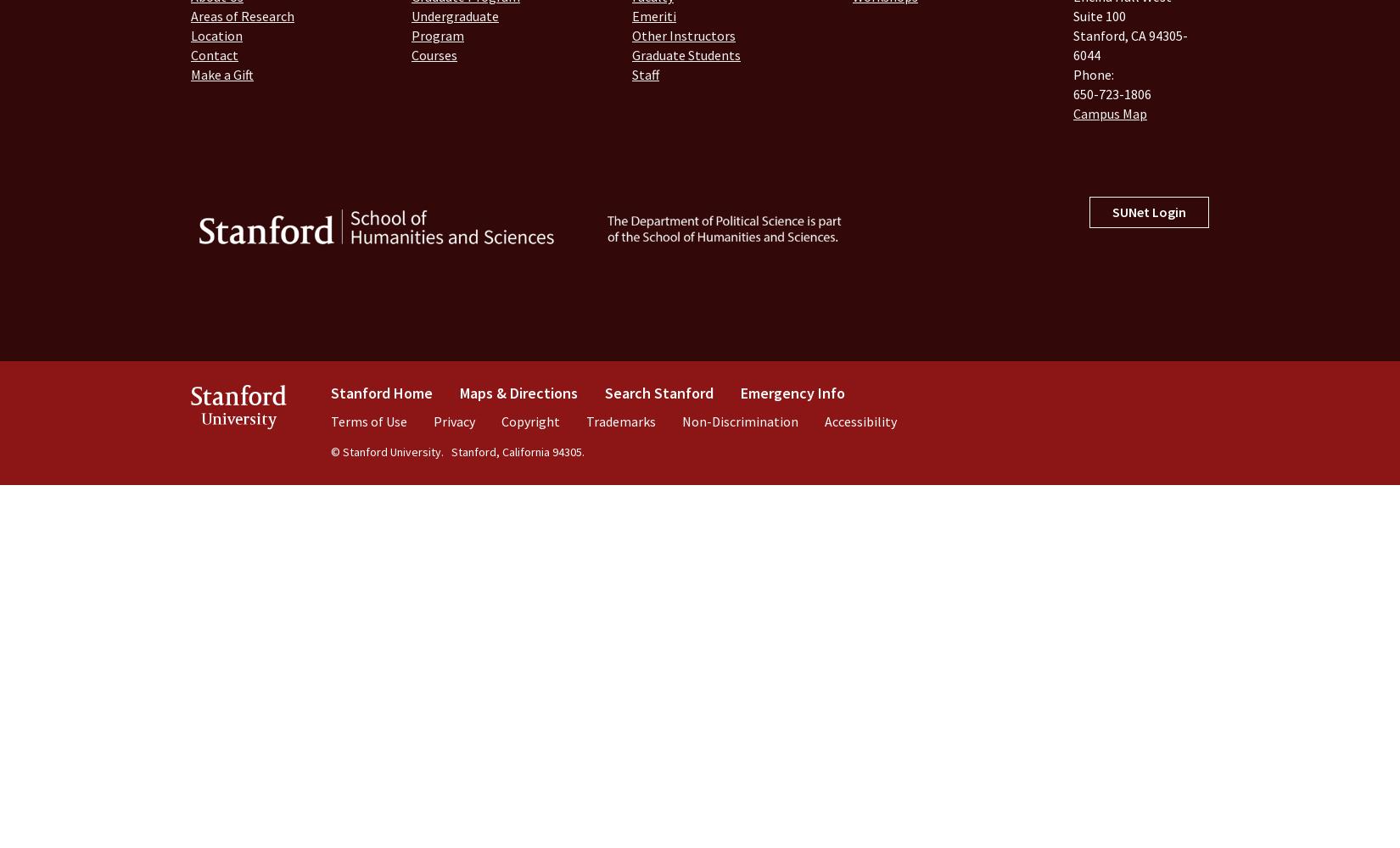 The width and height of the screenshot is (1400, 848). Describe the element at coordinates (191, 54) in the screenshot. I see `'Contact'` at that location.